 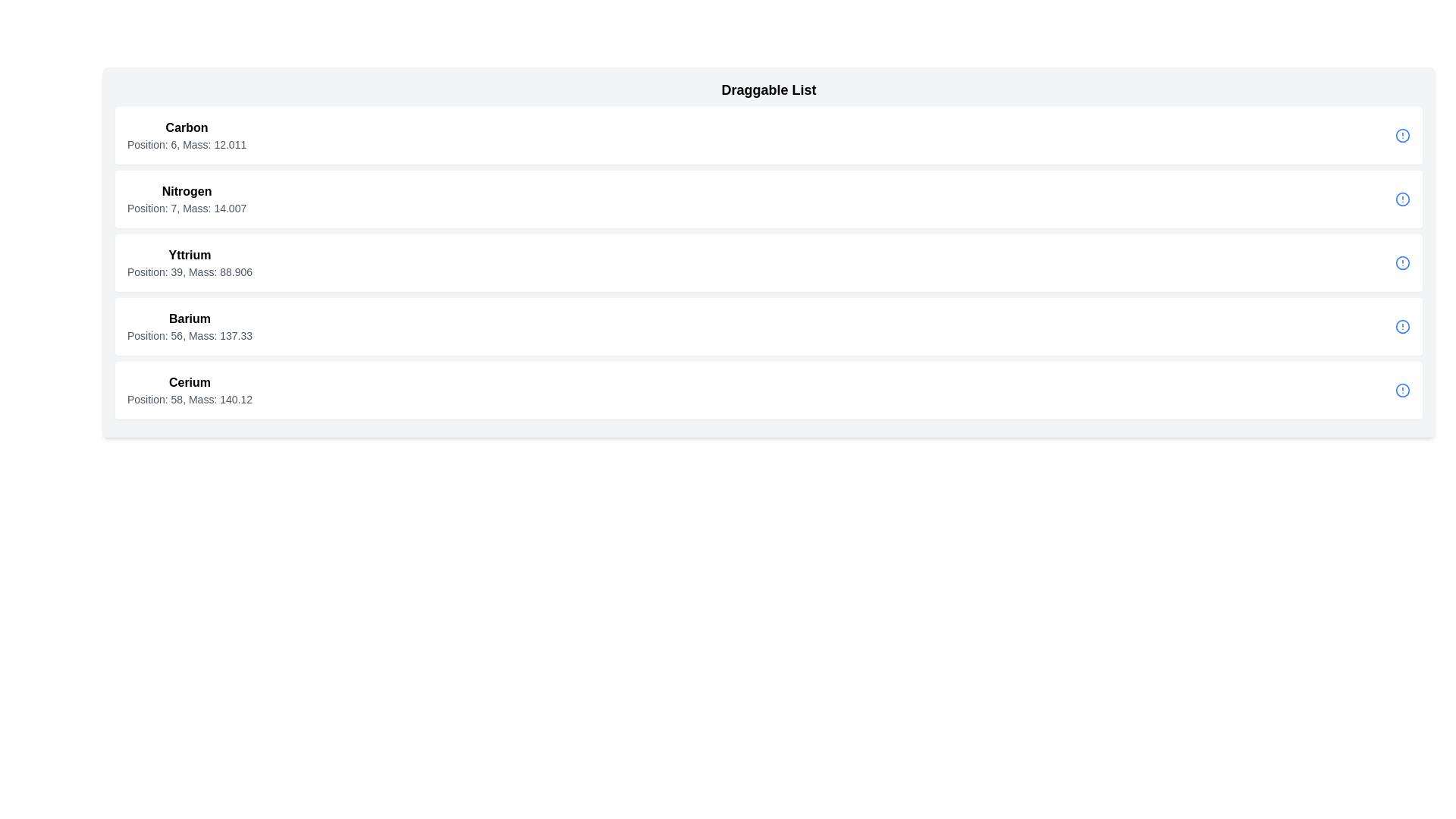 What do you see at coordinates (189, 335) in the screenshot?
I see `text content of the Text Display showing 'Position: 56, Mass: 137.33' located below the title 'Barium'` at bounding box center [189, 335].